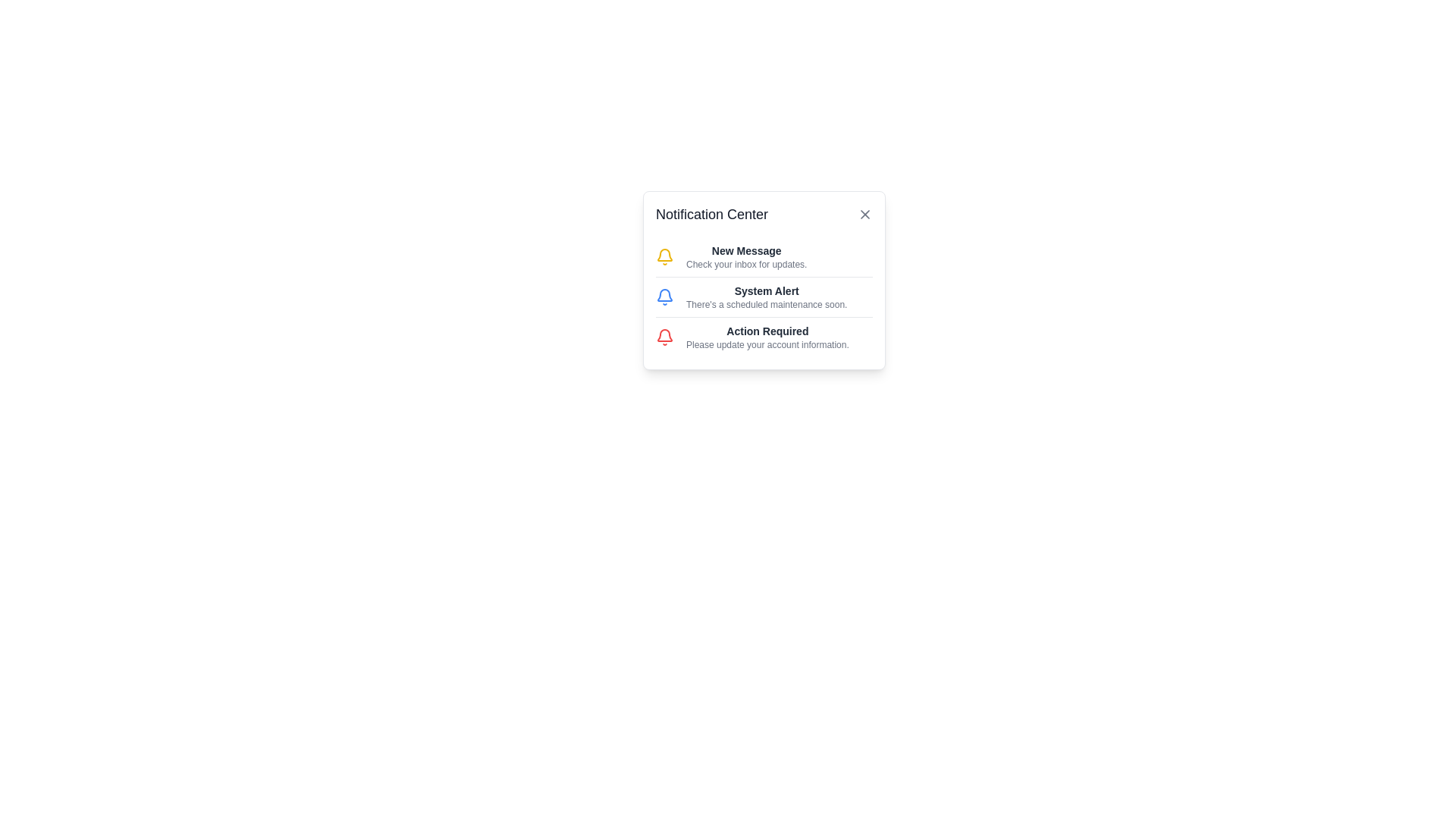 The image size is (1456, 819). Describe the element at coordinates (764, 336) in the screenshot. I see `the third notification card in the Notification Center that requests an update to account information` at that location.